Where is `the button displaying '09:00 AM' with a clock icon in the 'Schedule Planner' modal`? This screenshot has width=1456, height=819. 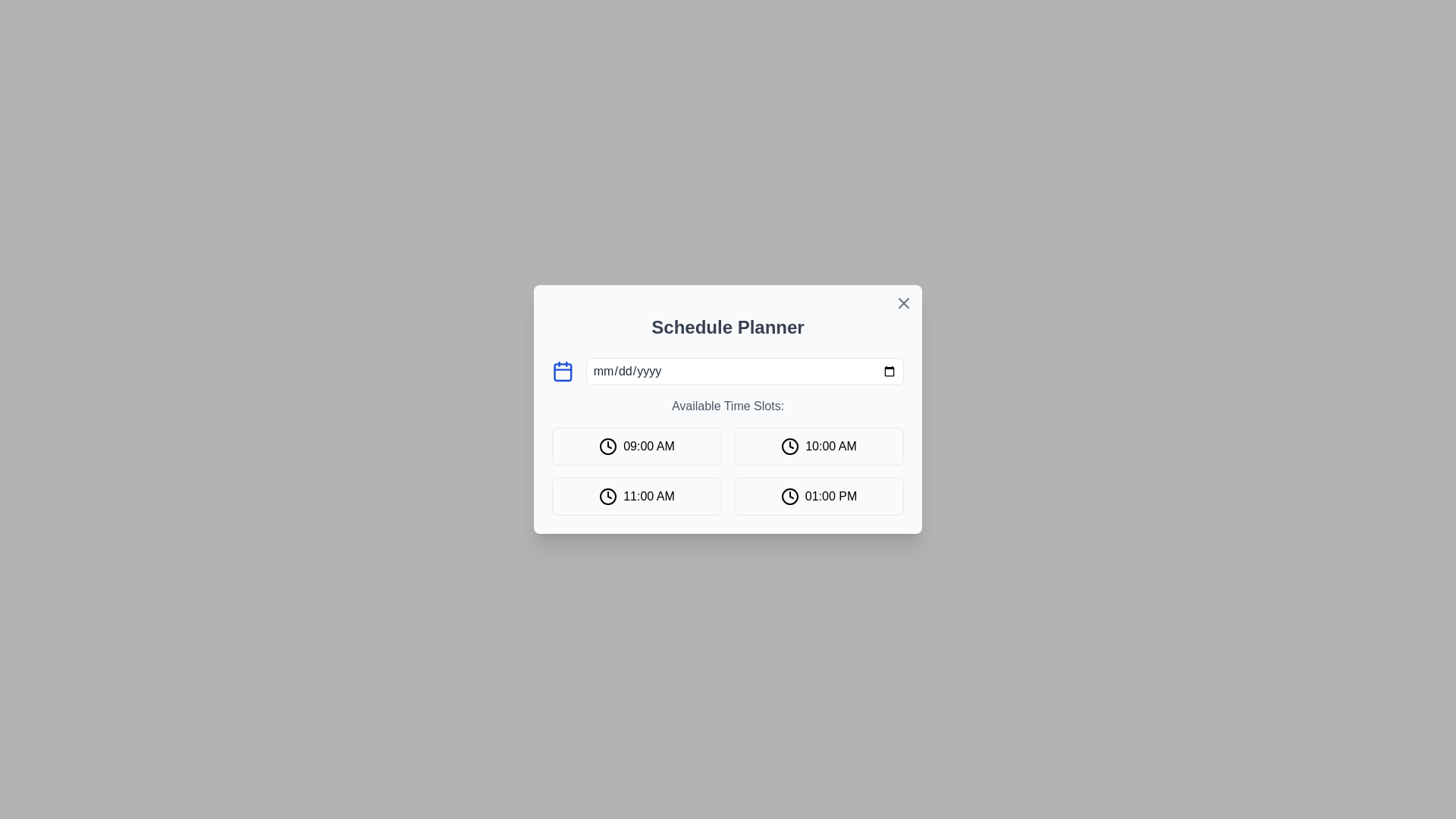 the button displaying '09:00 AM' with a clock icon in the 'Schedule Planner' modal is located at coordinates (637, 446).